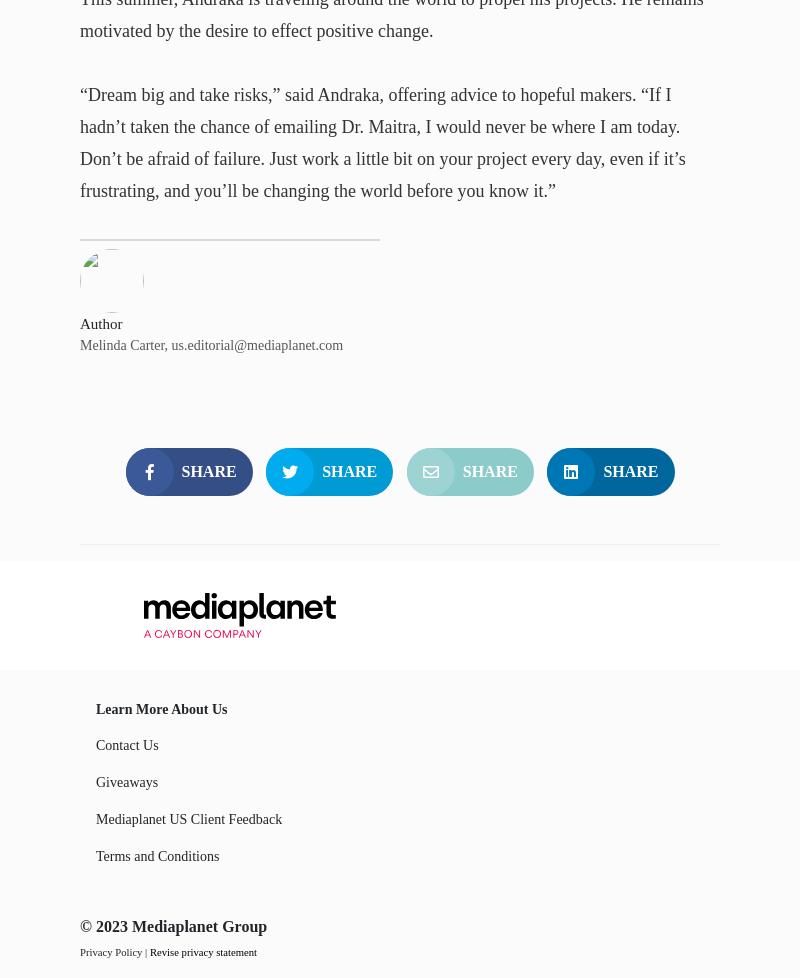 The image size is (800, 978). I want to click on 'Learn More About Us', so click(161, 708).